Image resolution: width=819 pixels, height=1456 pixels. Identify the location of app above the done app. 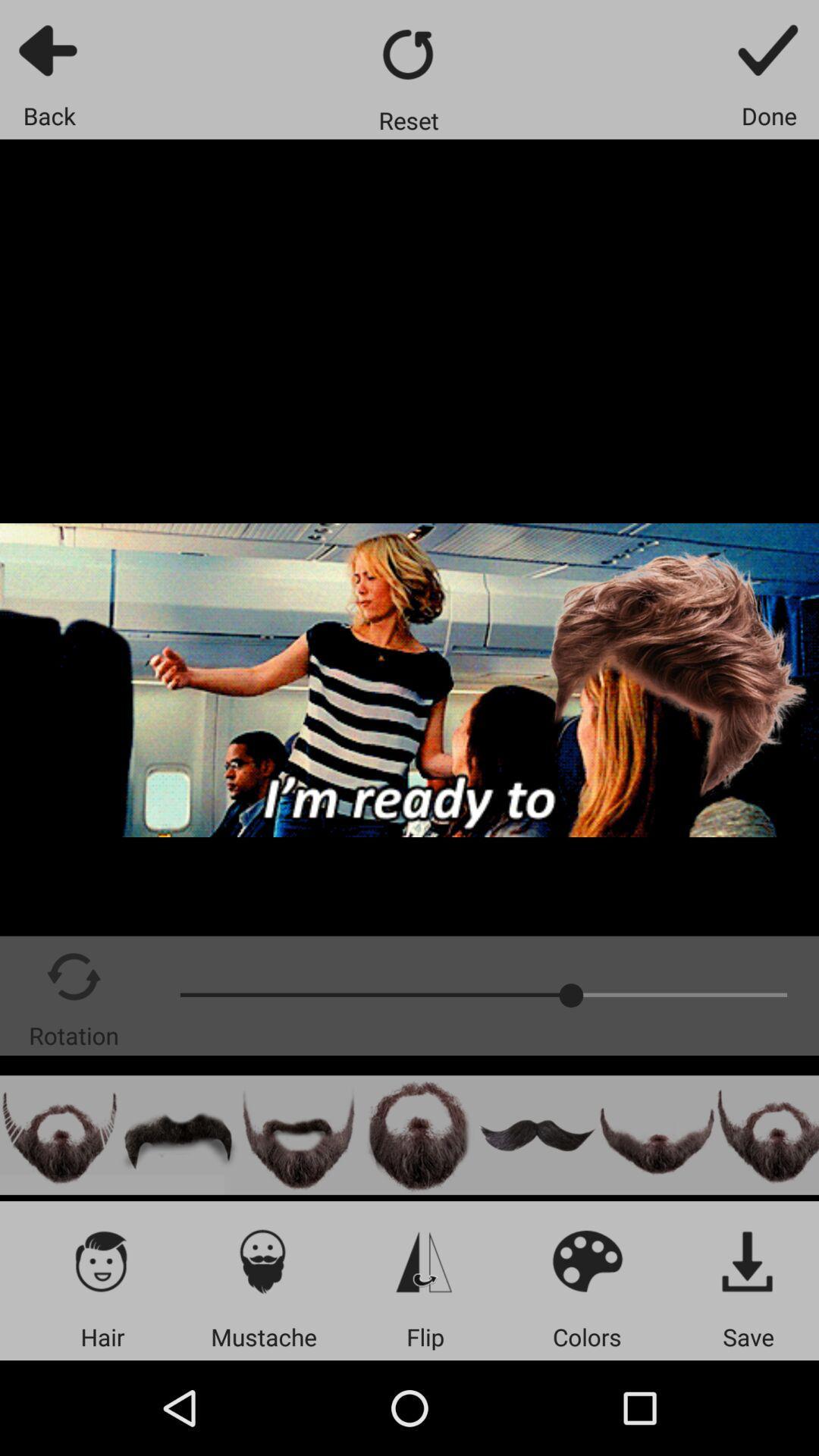
(769, 49).